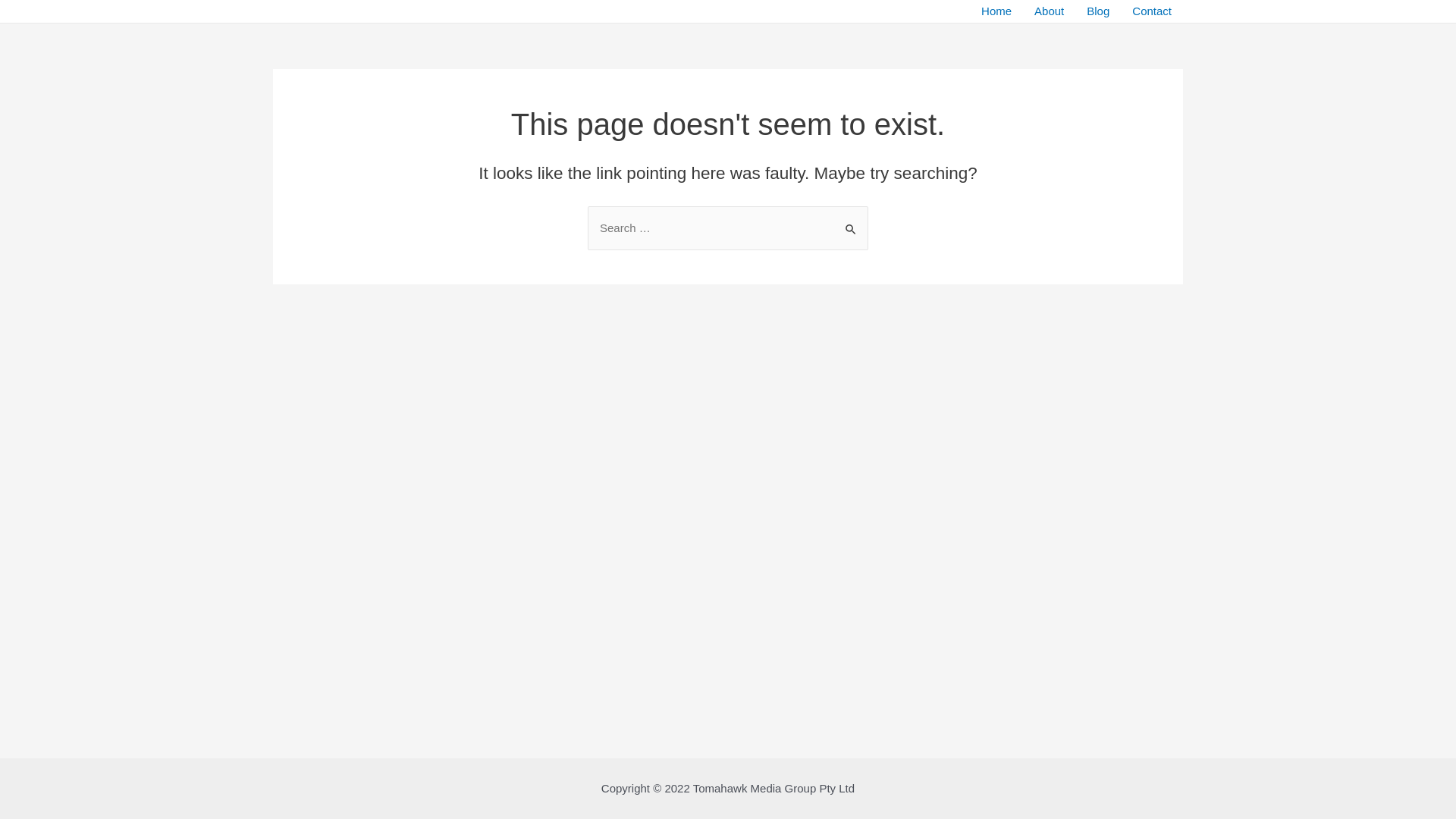  I want to click on 'Search', so click(851, 221).